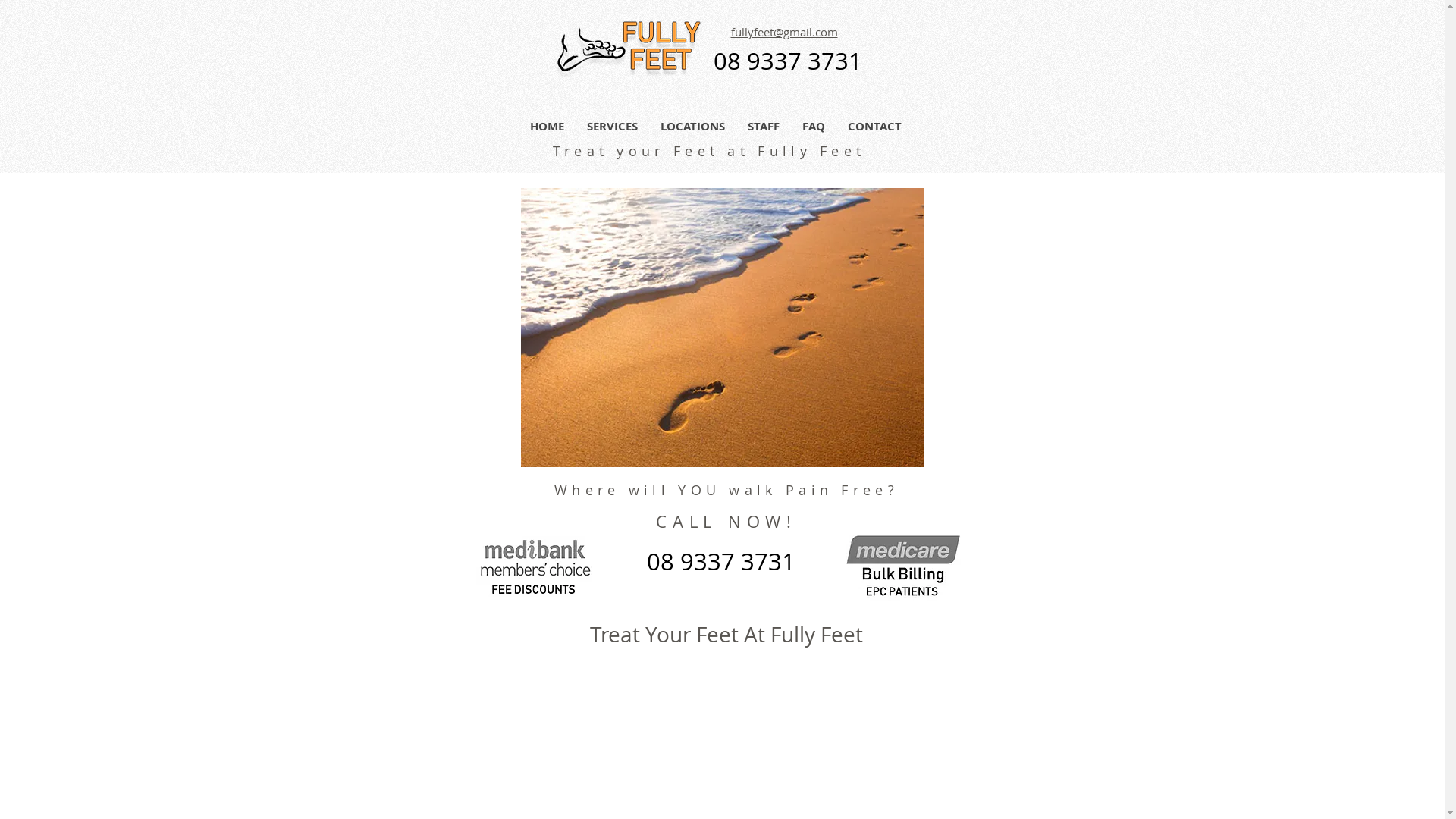 Image resolution: width=1456 pixels, height=819 pixels. Describe the element at coordinates (784, 33) in the screenshot. I see `'fullyfeet@gmail.com'` at that location.